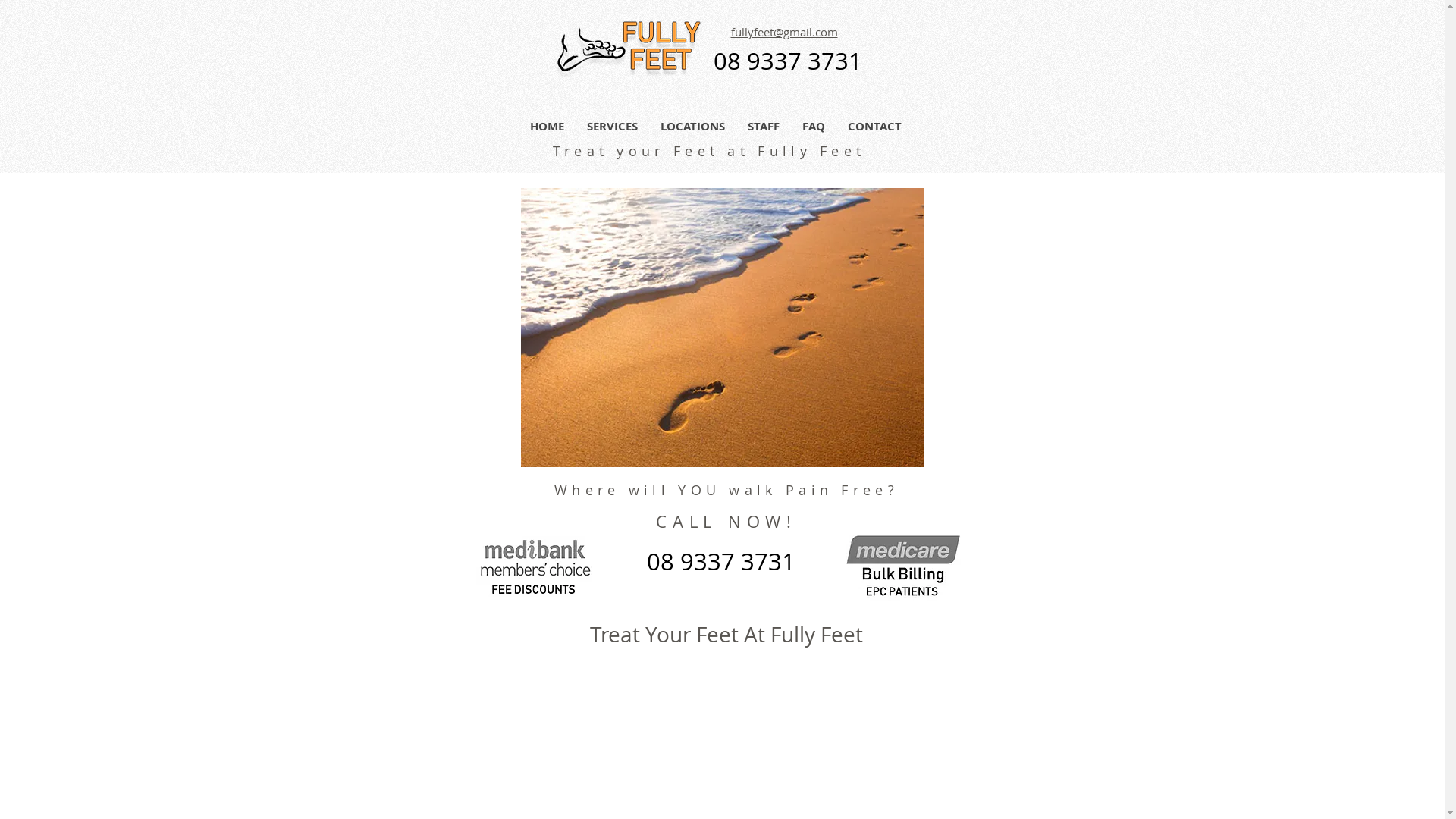 Image resolution: width=1456 pixels, height=819 pixels. Describe the element at coordinates (784, 33) in the screenshot. I see `'fullyfeet@gmail.com'` at that location.